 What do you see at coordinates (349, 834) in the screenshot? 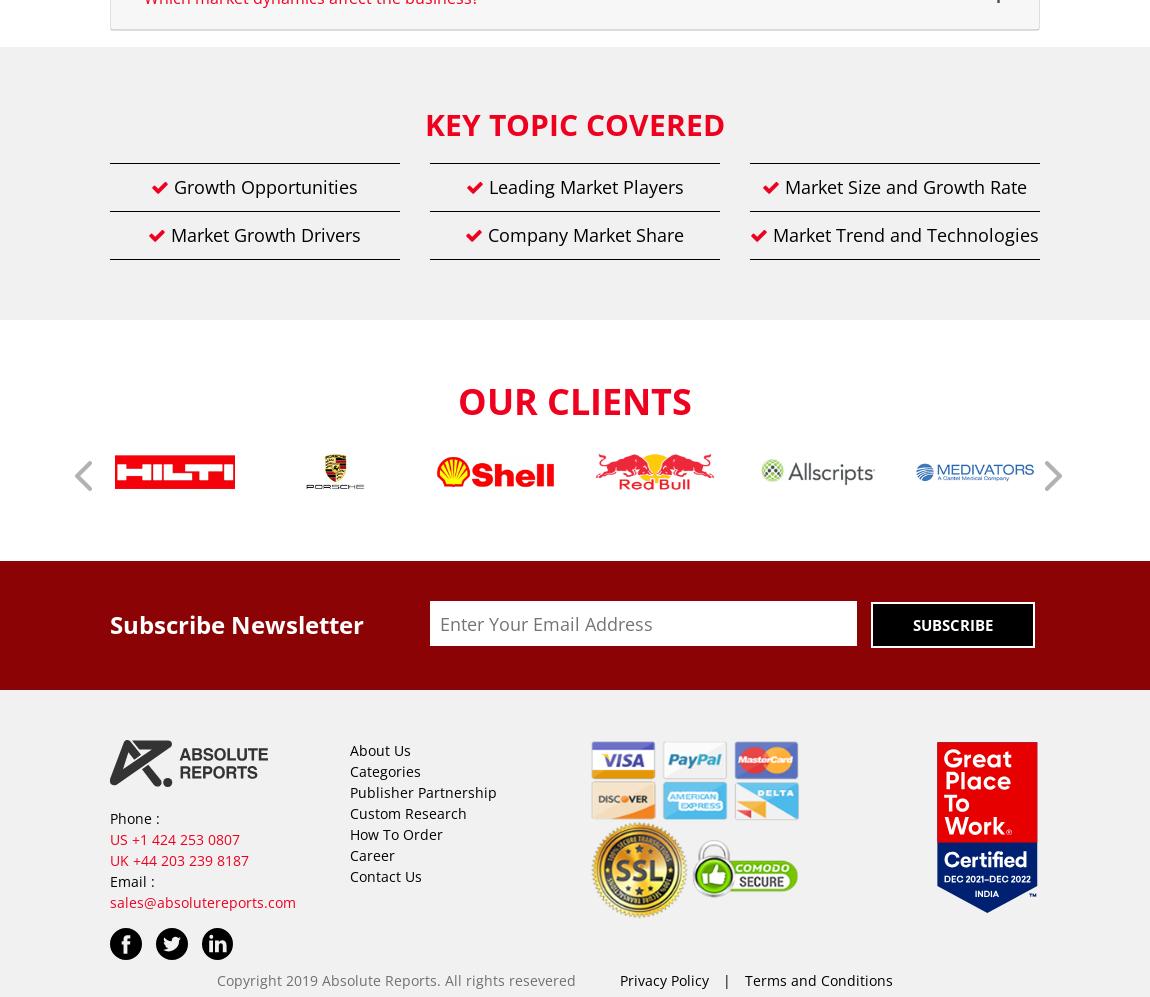
I see `'How To Order'` at bounding box center [349, 834].